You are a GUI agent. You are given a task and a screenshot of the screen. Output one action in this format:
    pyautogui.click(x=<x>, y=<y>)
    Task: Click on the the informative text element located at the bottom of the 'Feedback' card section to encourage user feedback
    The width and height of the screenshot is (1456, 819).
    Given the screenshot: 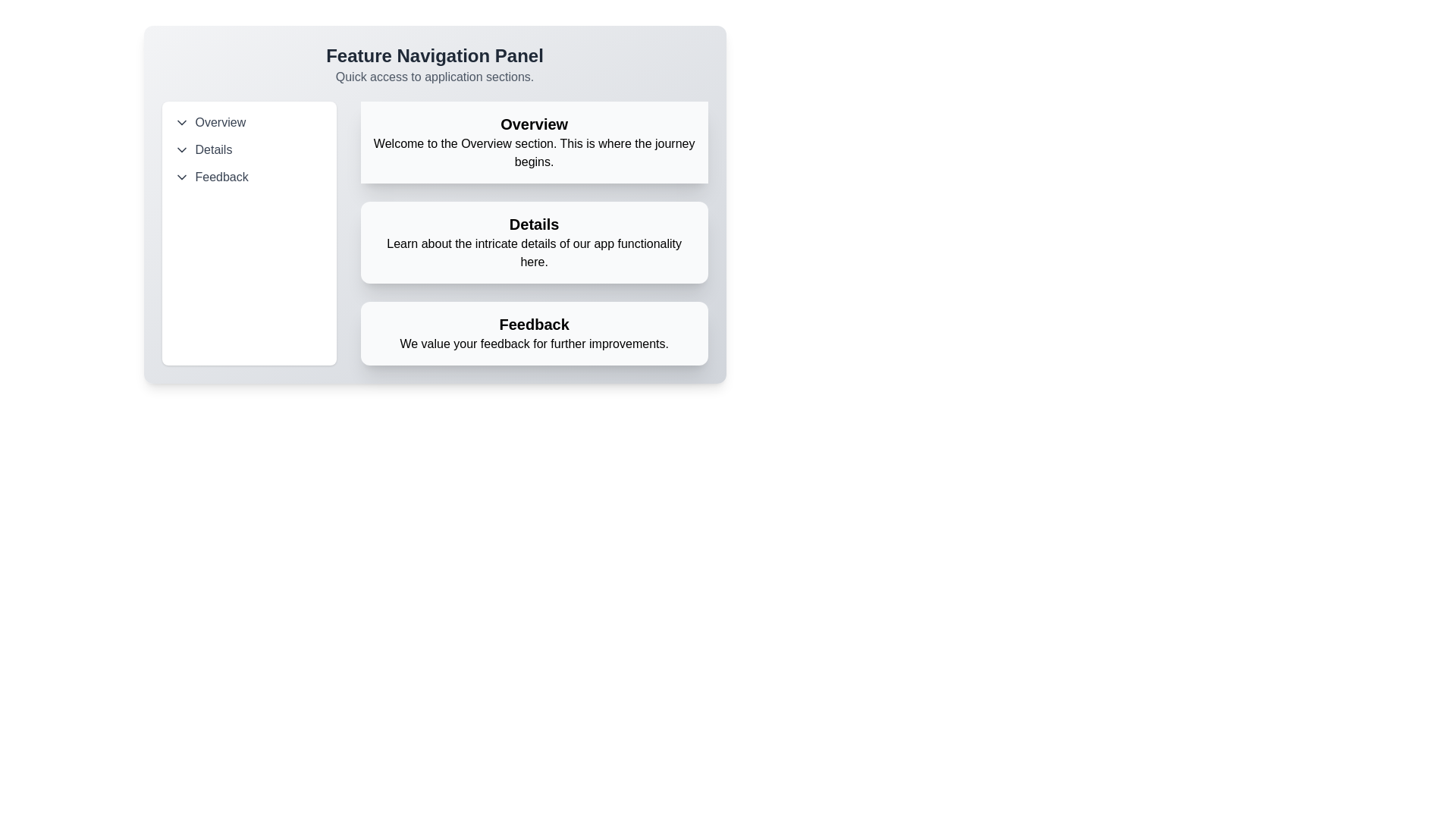 What is the action you would take?
    pyautogui.click(x=534, y=344)
    